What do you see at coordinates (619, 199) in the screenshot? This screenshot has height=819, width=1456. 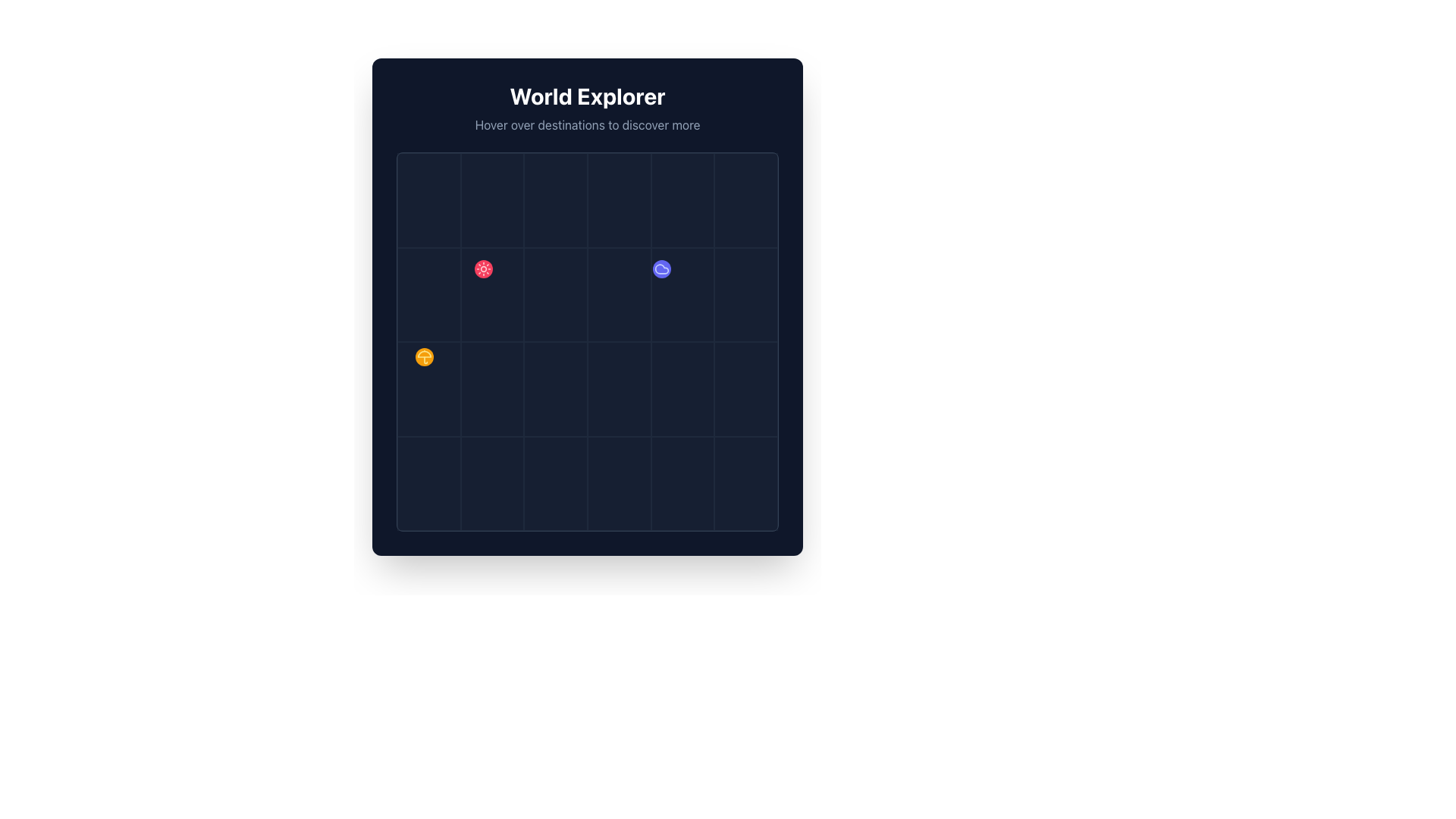 I see `the static grid cell or placeholder located in the first row and fourth column of the grid within the 'World Explorer' frame to interact with it` at bounding box center [619, 199].